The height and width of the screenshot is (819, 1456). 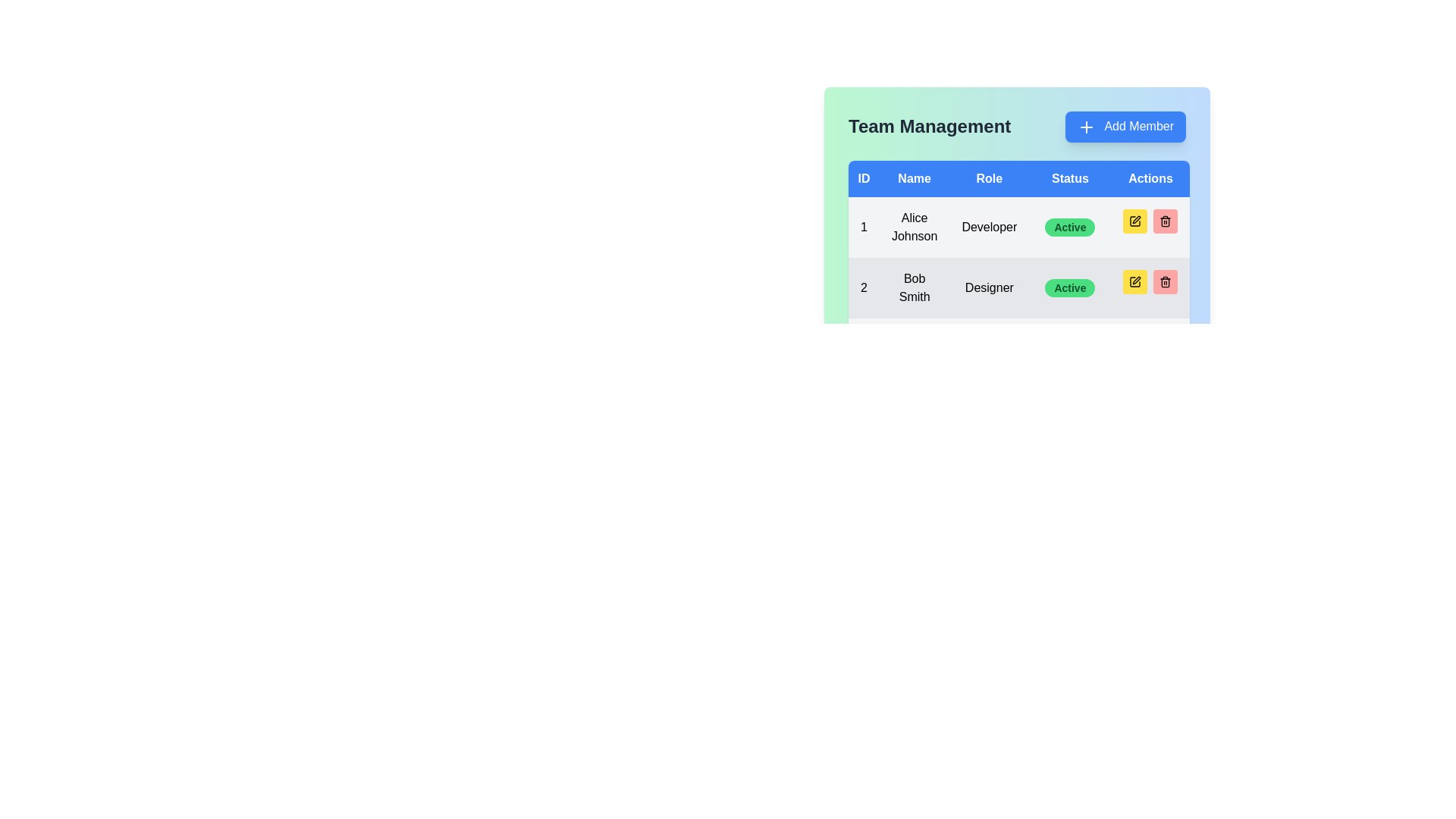 I want to click on the 'Role' text label, which is the third label in a blue header bar containing similar labels ('ID', 'Name', 'Role', 'Status', 'Actions'), so click(x=989, y=177).